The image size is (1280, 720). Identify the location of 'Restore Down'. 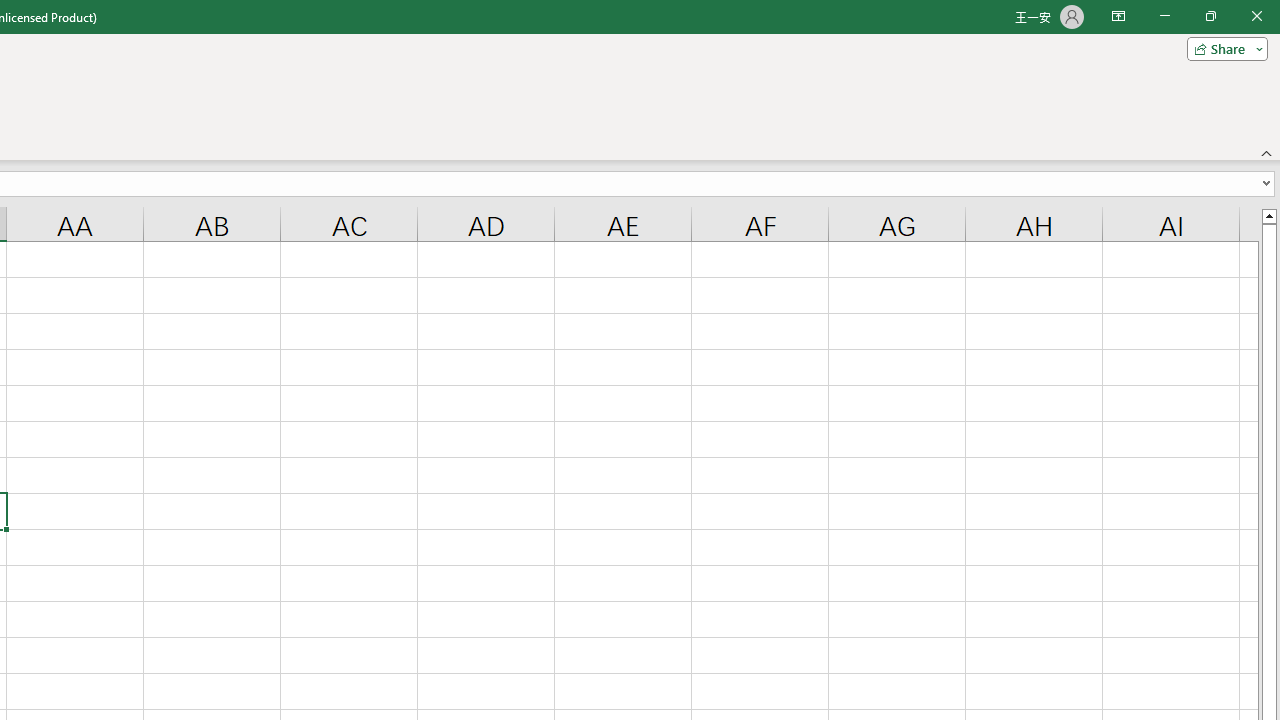
(1209, 16).